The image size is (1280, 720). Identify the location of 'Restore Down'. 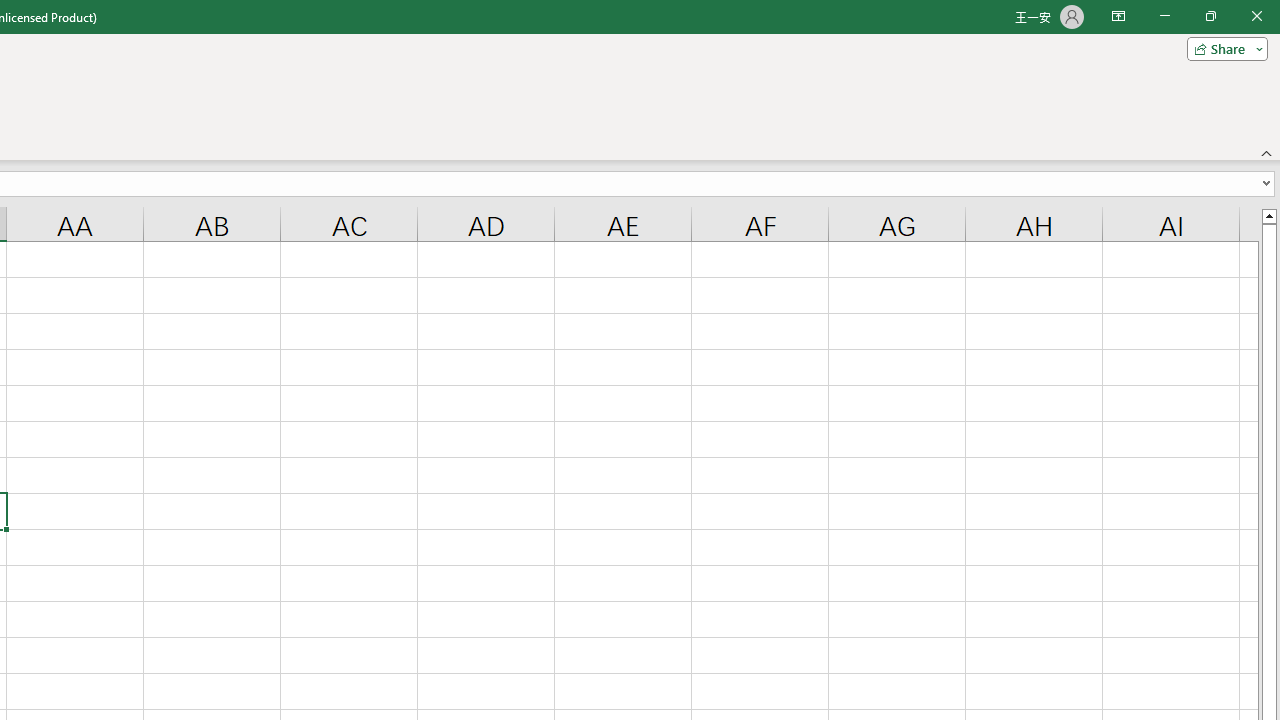
(1209, 16).